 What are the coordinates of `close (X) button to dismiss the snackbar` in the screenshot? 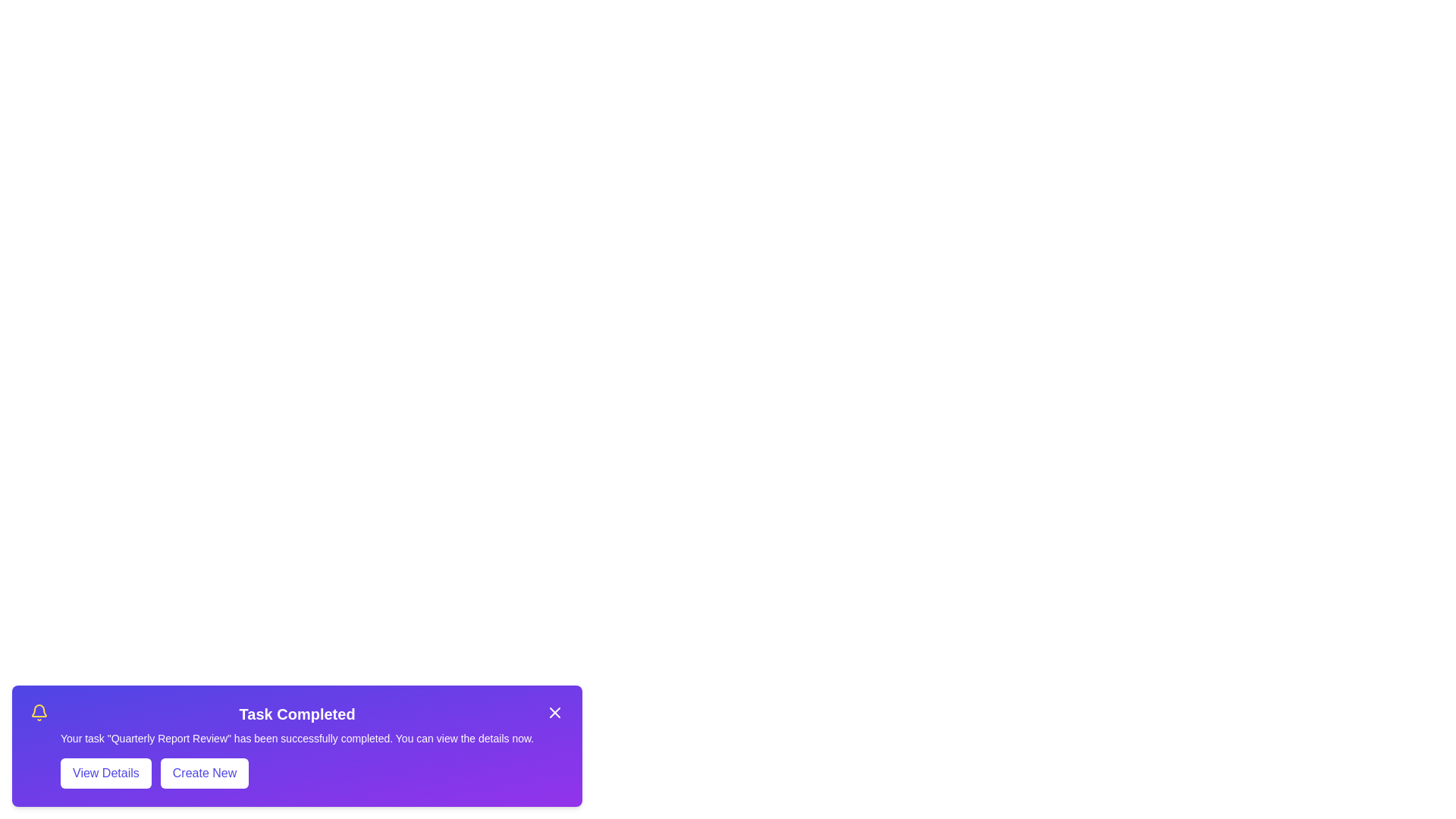 It's located at (554, 713).